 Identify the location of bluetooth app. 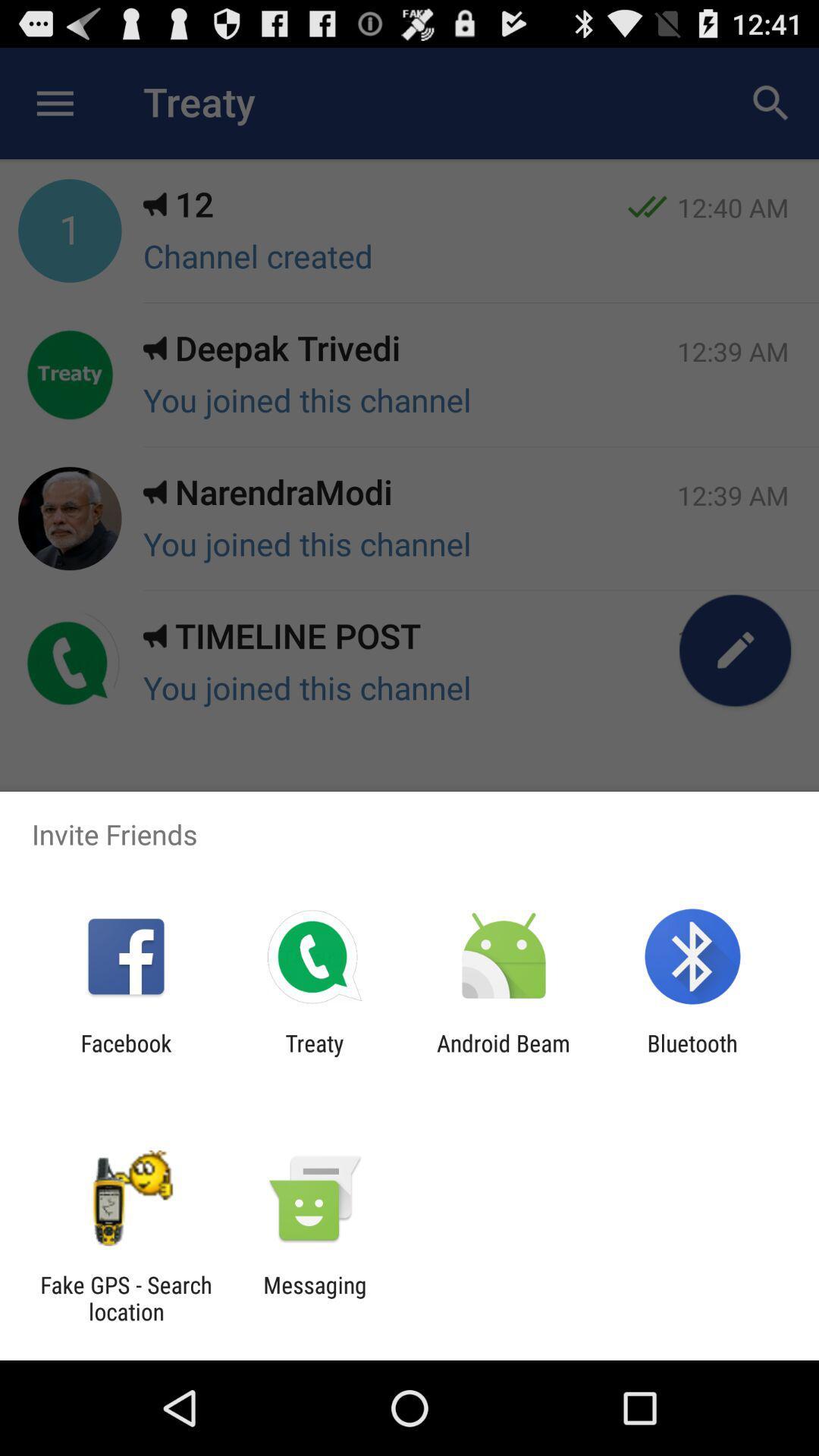
(692, 1056).